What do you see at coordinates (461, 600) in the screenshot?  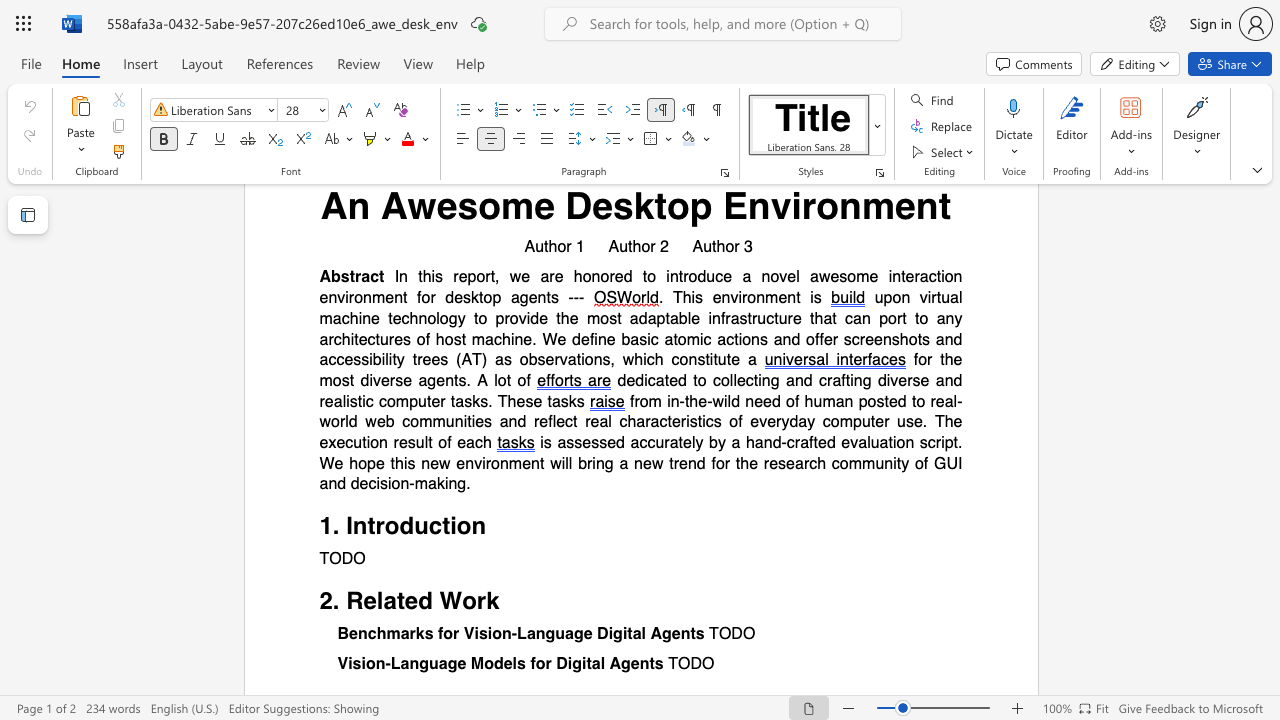 I see `the subset text "ork" within the text "2. Related Work"` at bounding box center [461, 600].